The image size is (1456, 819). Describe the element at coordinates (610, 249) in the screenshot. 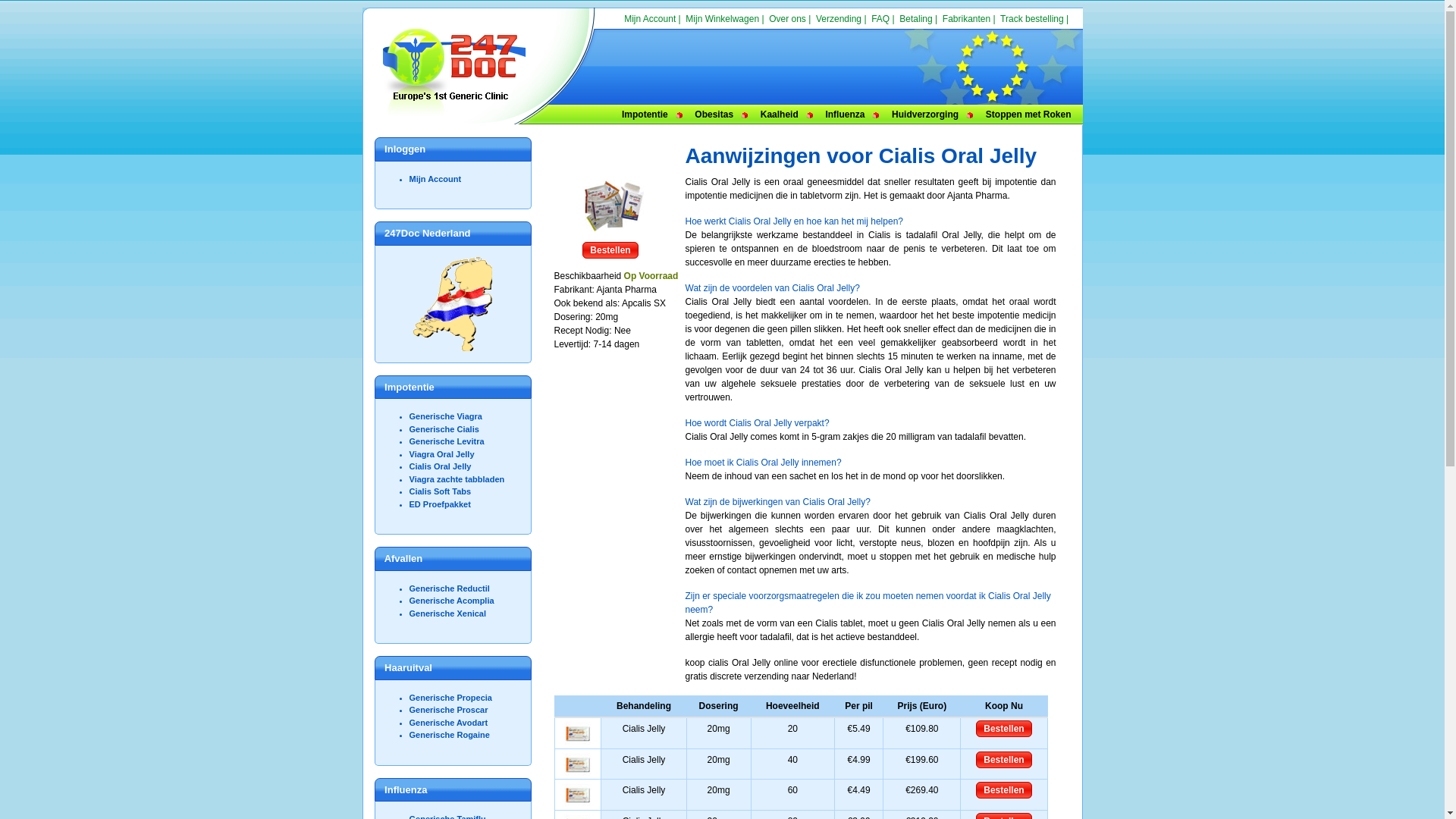

I see `'Bestellen'` at that location.